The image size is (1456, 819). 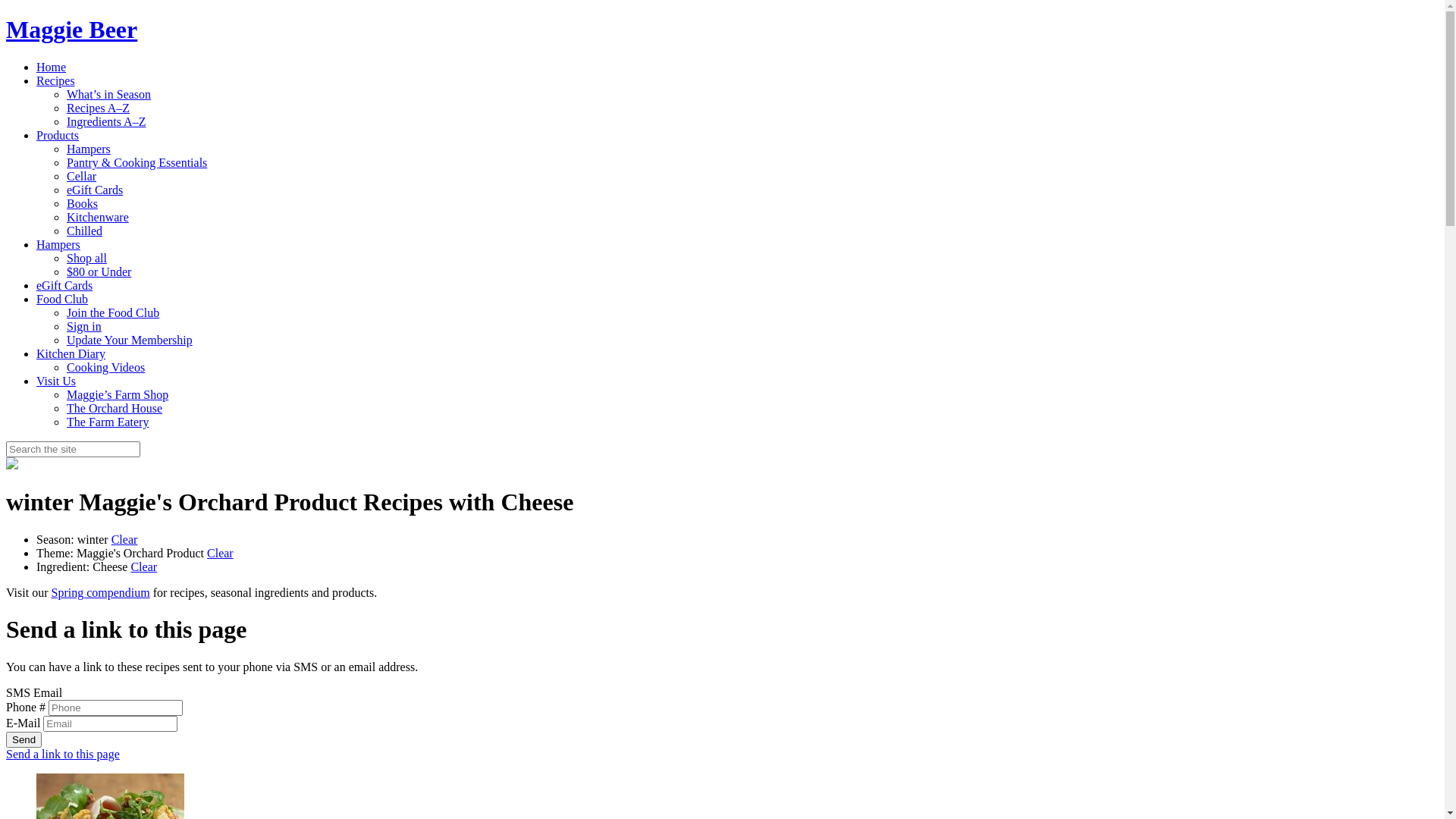 What do you see at coordinates (61, 754) in the screenshot?
I see `'Send a link to this page'` at bounding box center [61, 754].